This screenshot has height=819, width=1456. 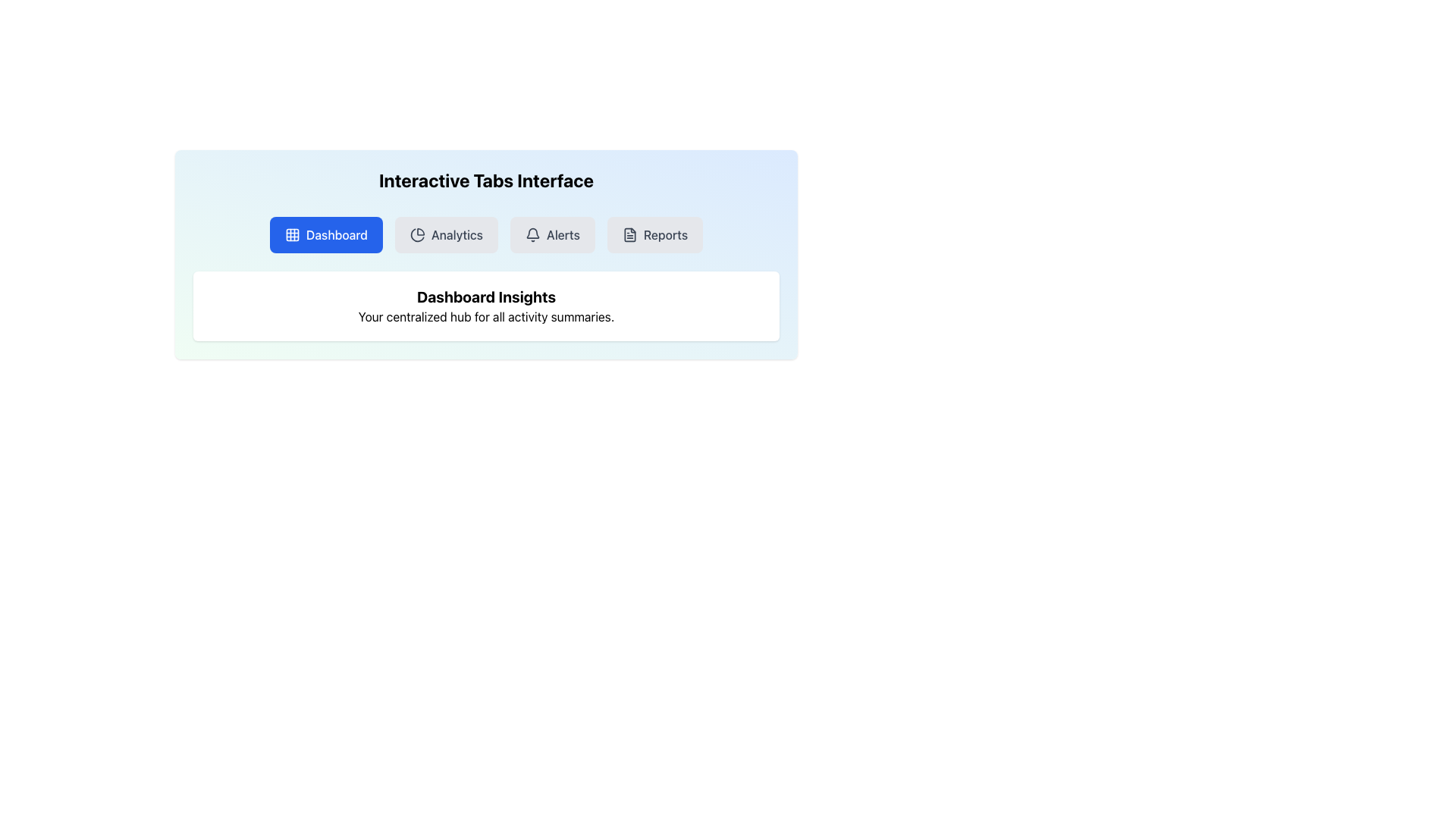 What do you see at coordinates (486, 306) in the screenshot?
I see `text from the Informative display panel titled 'Dashboard Insights' which contains a bold header and a subdued subtext` at bounding box center [486, 306].